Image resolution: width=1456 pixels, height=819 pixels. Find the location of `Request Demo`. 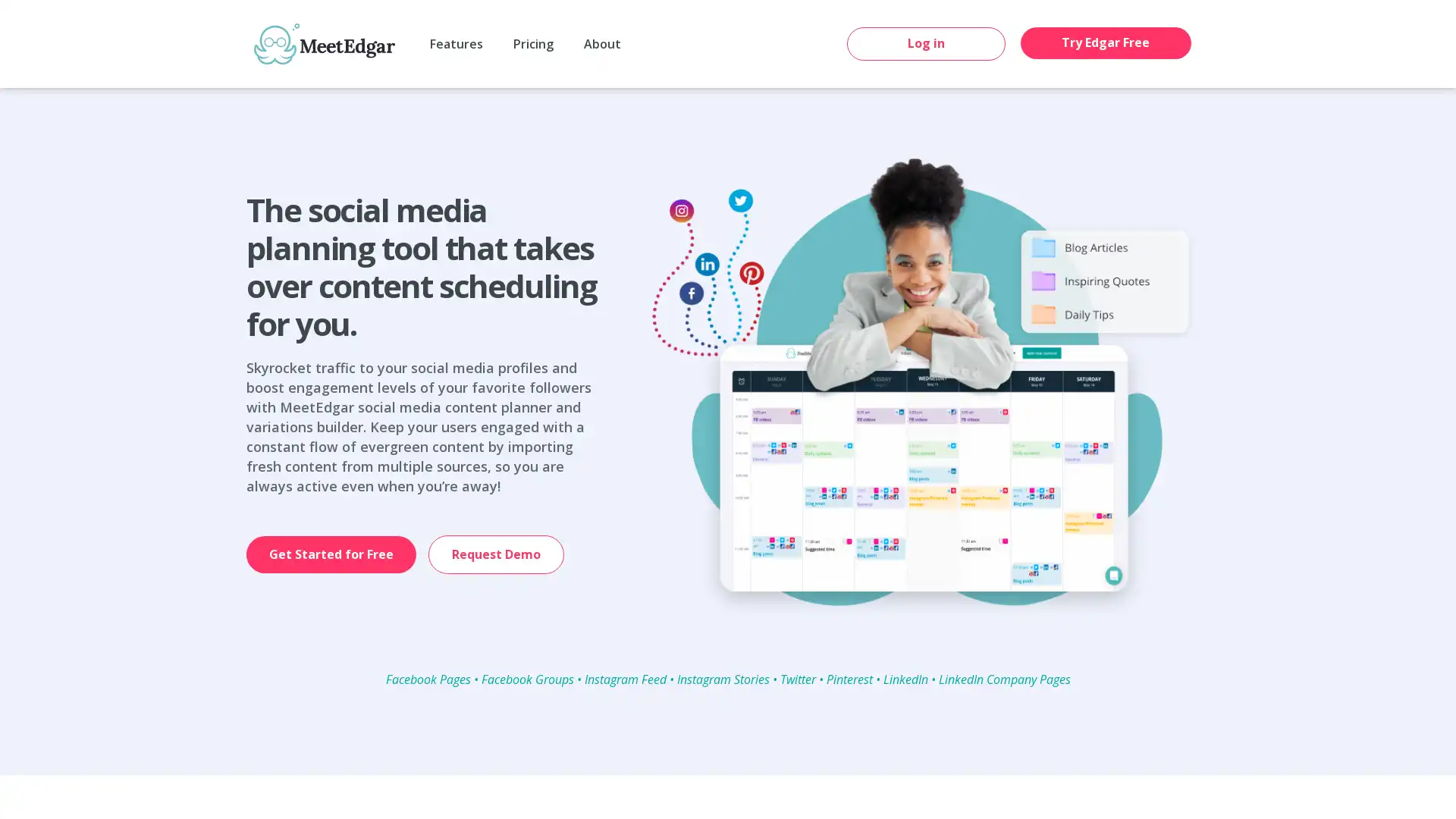

Request Demo is located at coordinates (496, 554).